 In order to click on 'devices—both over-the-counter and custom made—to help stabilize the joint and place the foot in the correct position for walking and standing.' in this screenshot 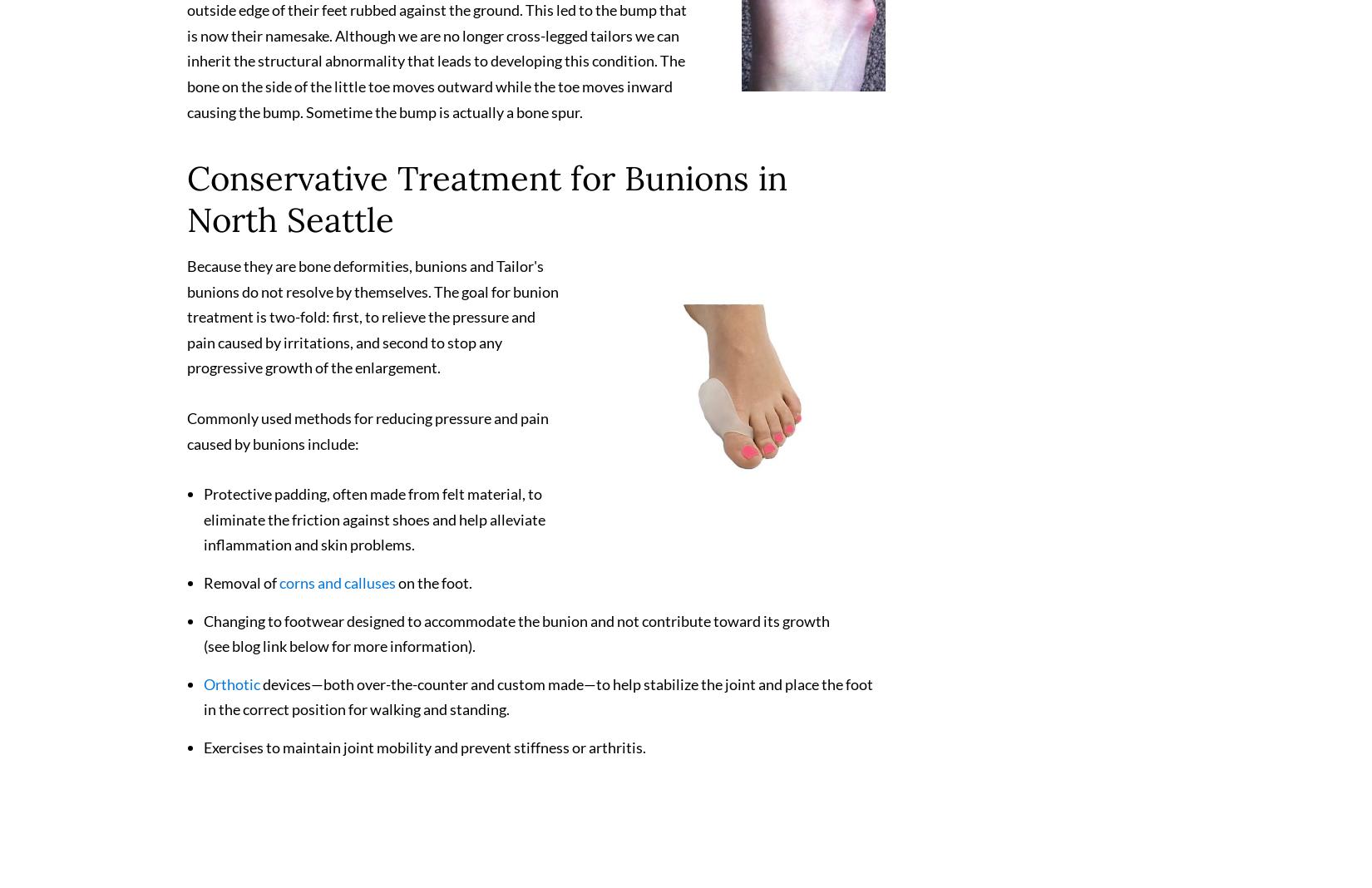, I will do `click(204, 703)`.